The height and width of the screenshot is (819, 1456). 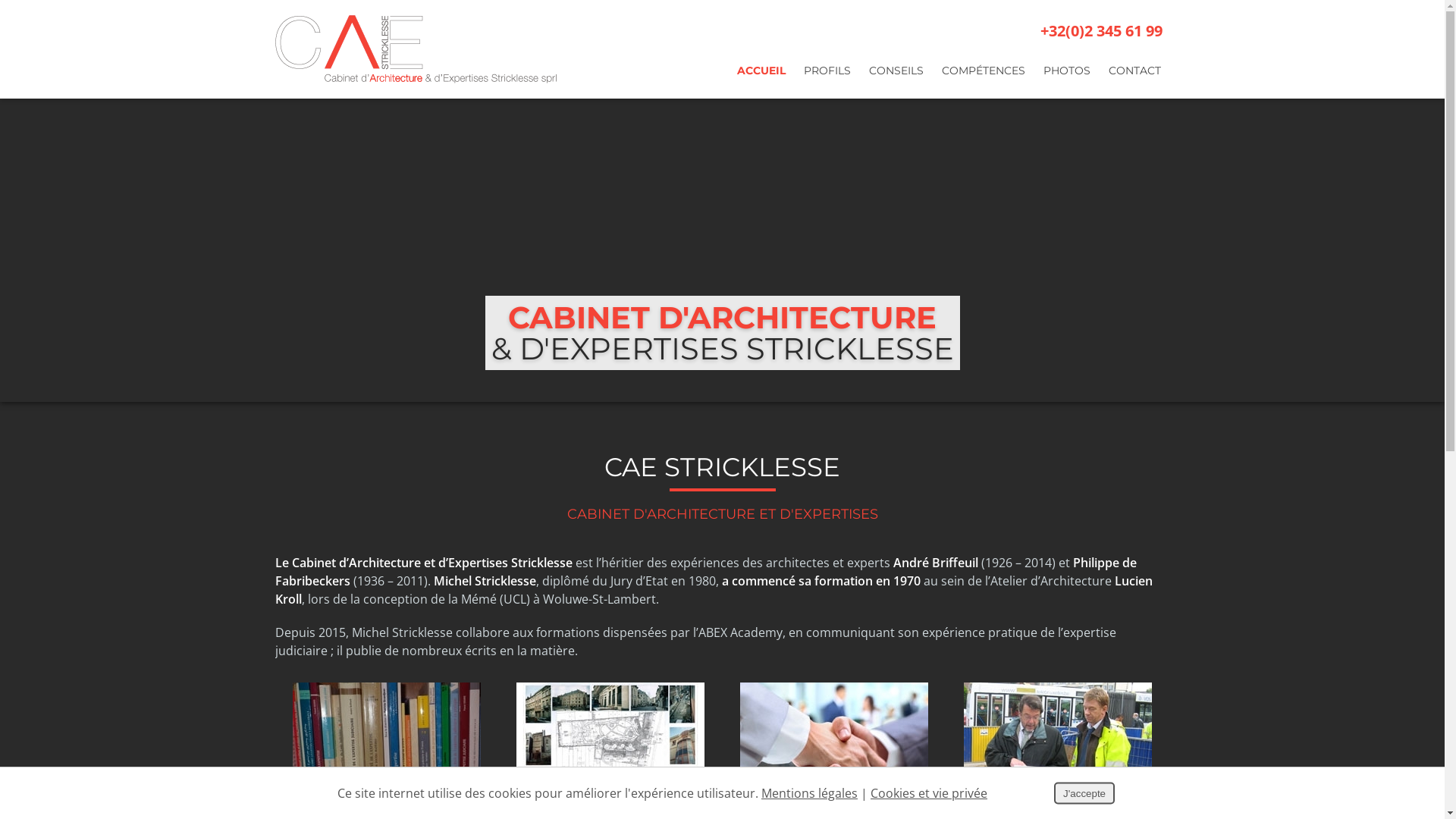 What do you see at coordinates (896, 74) in the screenshot?
I see `'CONSEILS'` at bounding box center [896, 74].